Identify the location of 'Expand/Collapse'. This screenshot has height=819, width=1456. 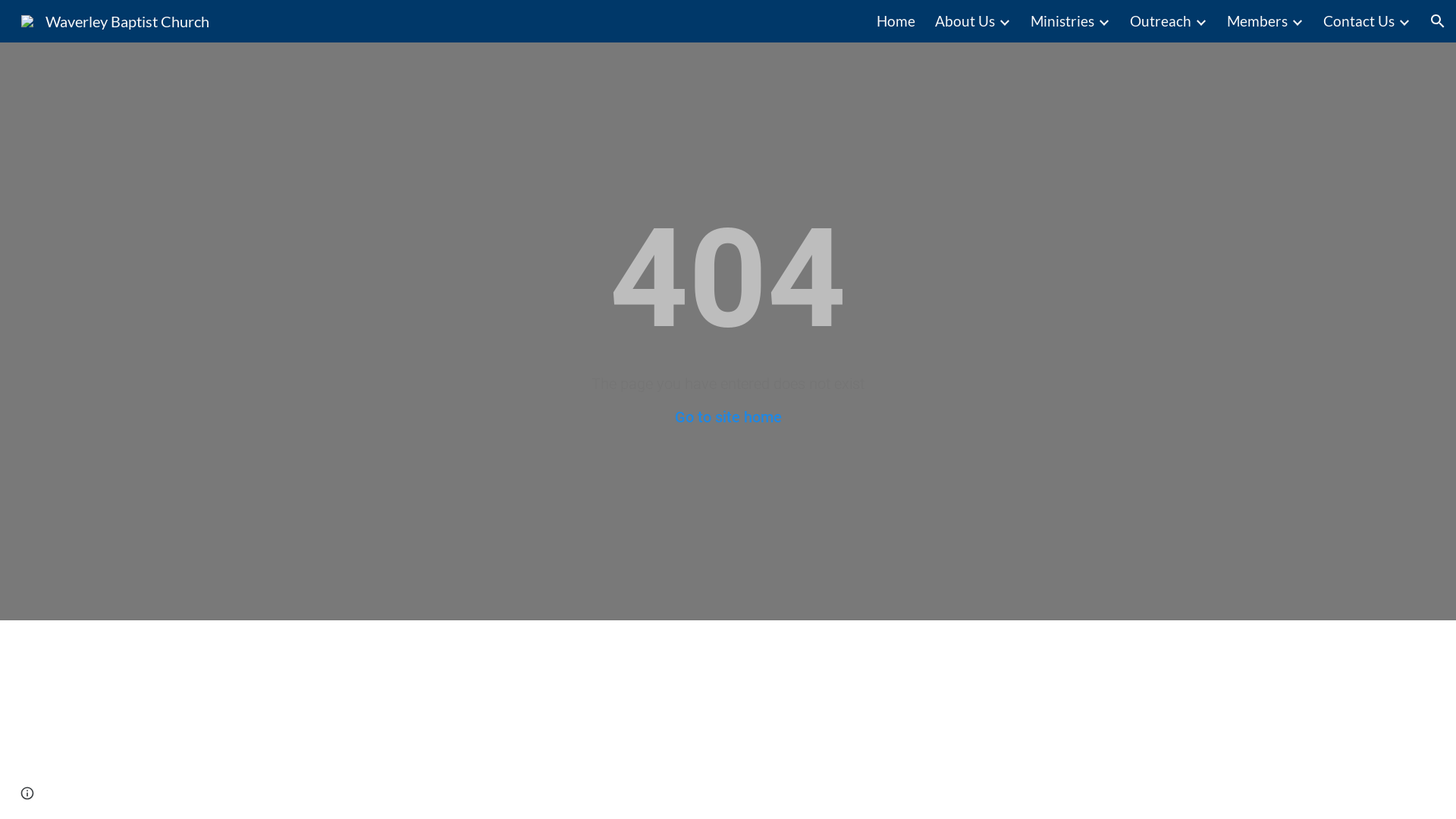
(1403, 20).